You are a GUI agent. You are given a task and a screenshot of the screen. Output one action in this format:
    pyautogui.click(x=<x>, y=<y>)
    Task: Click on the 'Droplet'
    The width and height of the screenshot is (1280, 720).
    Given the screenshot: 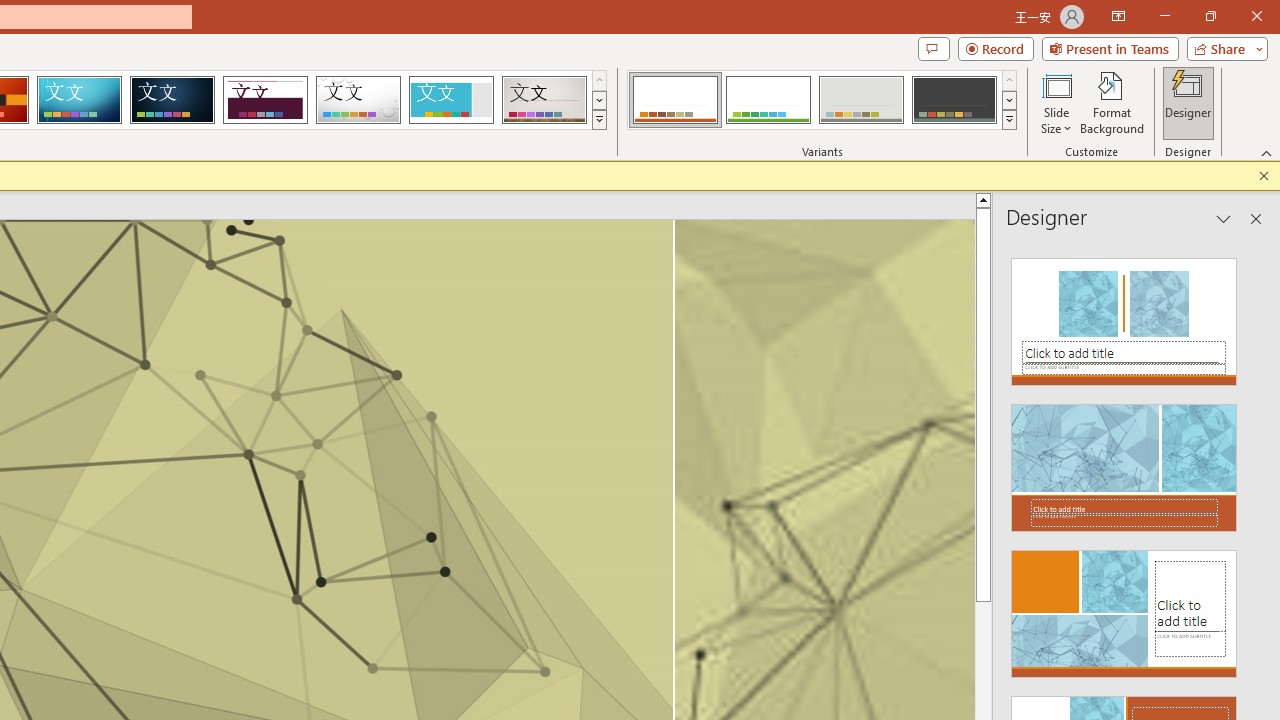 What is the action you would take?
    pyautogui.click(x=358, y=100)
    